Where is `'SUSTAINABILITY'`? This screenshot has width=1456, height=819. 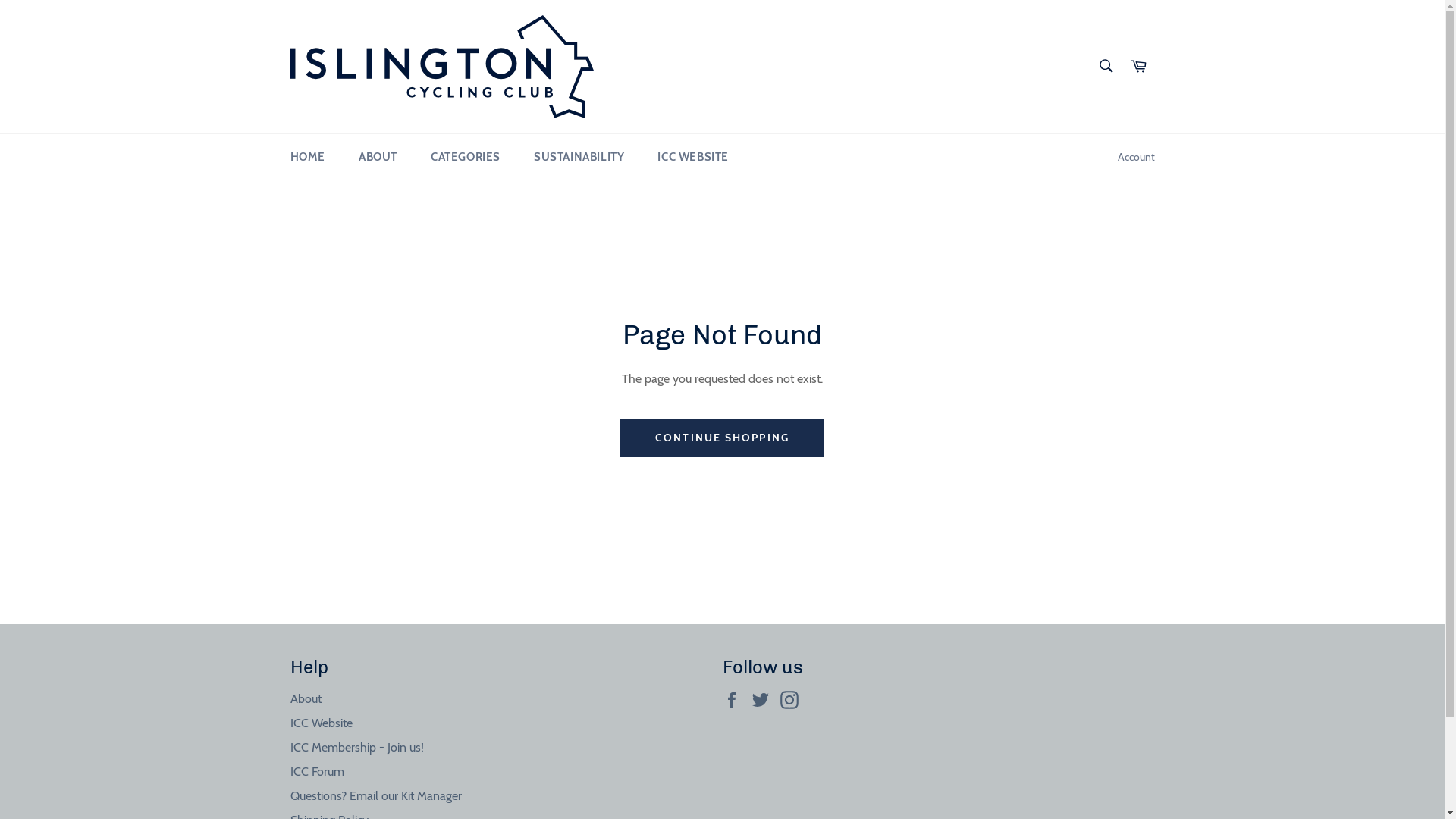
'SUSTAINABILITY' is located at coordinates (578, 157).